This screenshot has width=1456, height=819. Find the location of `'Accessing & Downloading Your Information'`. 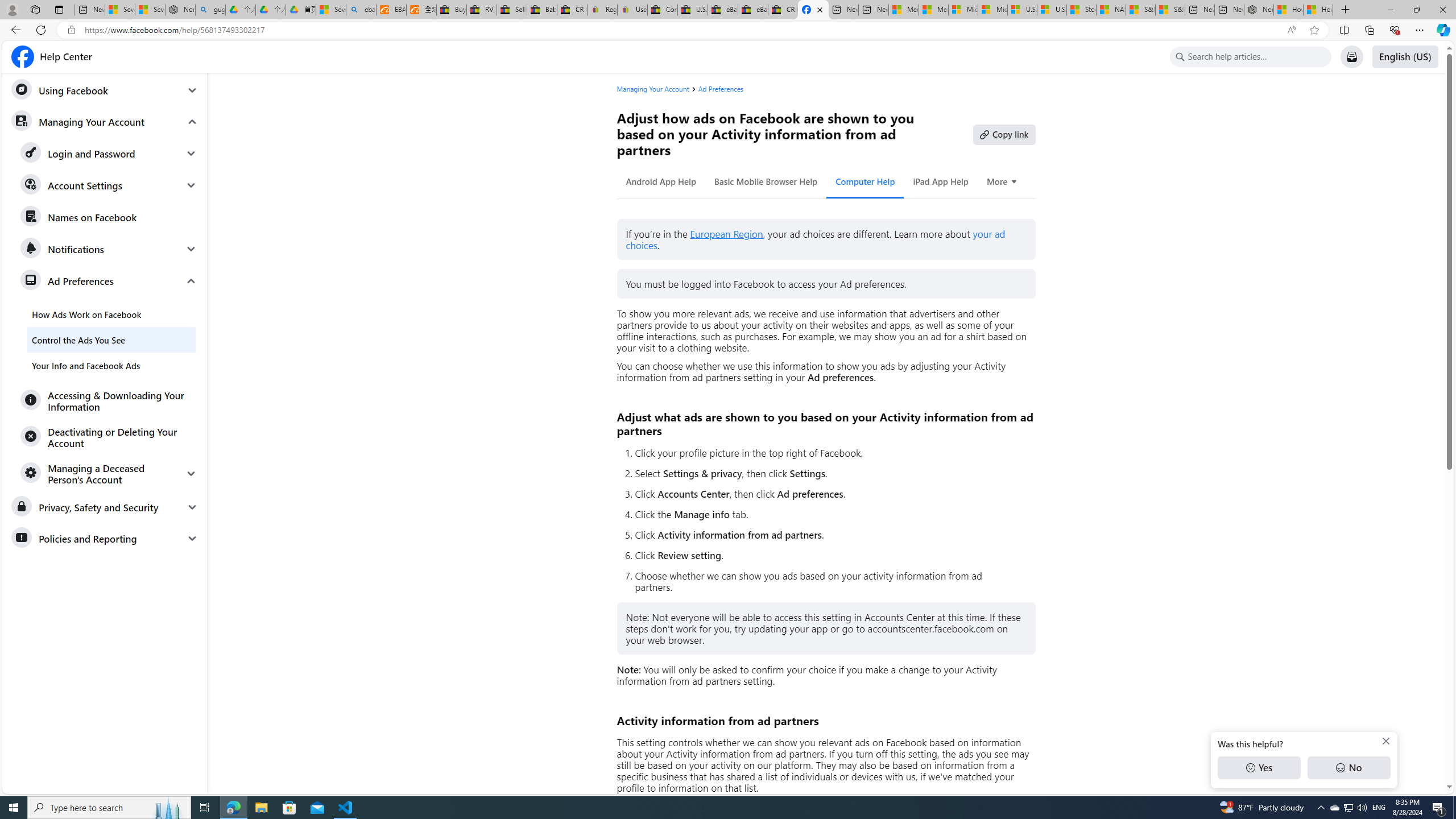

'Accessing & Downloading Your Information' is located at coordinates (109, 400).